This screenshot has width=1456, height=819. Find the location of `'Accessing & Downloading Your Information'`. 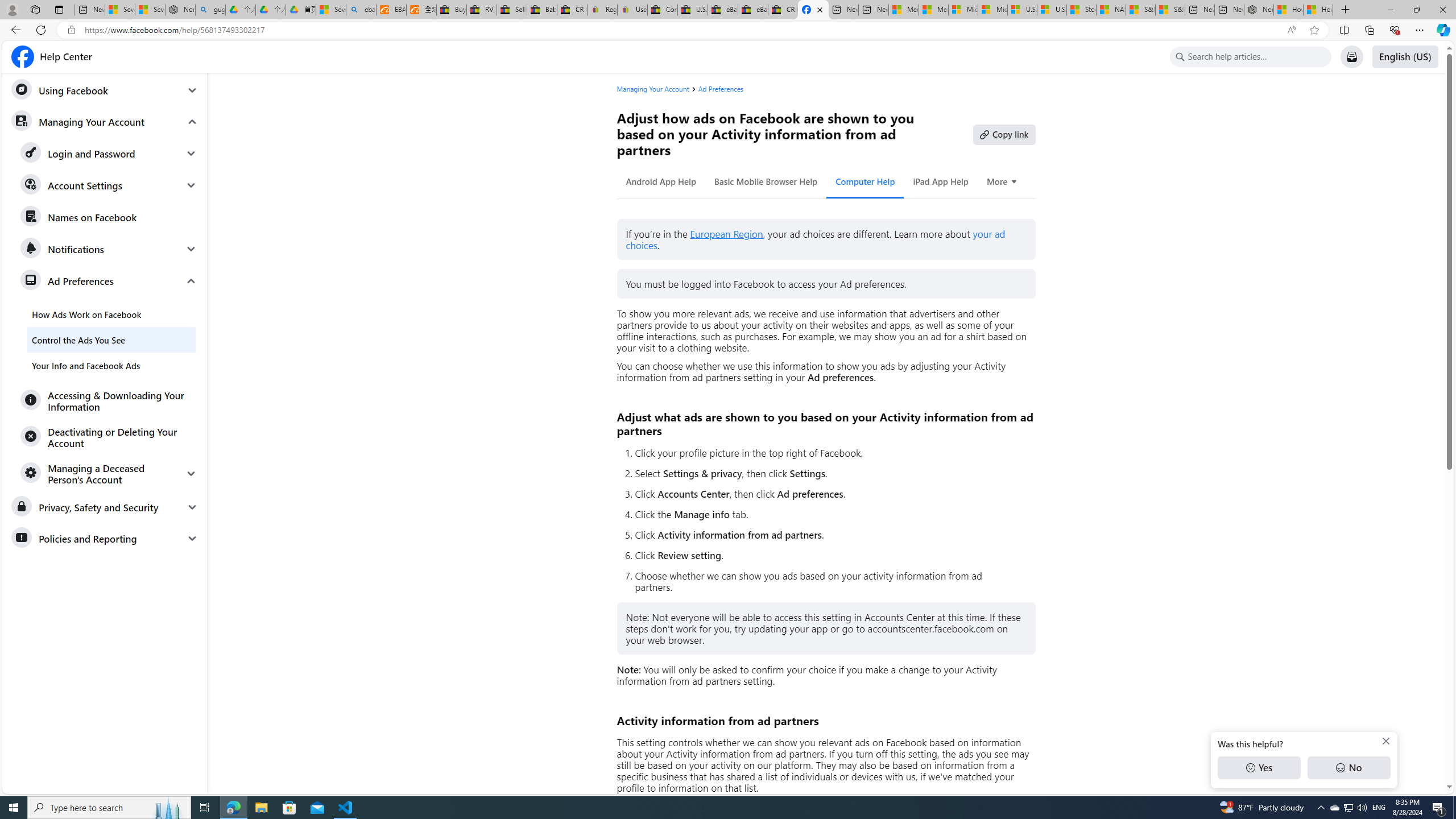

'Accessing & Downloading Your Information' is located at coordinates (109, 400).